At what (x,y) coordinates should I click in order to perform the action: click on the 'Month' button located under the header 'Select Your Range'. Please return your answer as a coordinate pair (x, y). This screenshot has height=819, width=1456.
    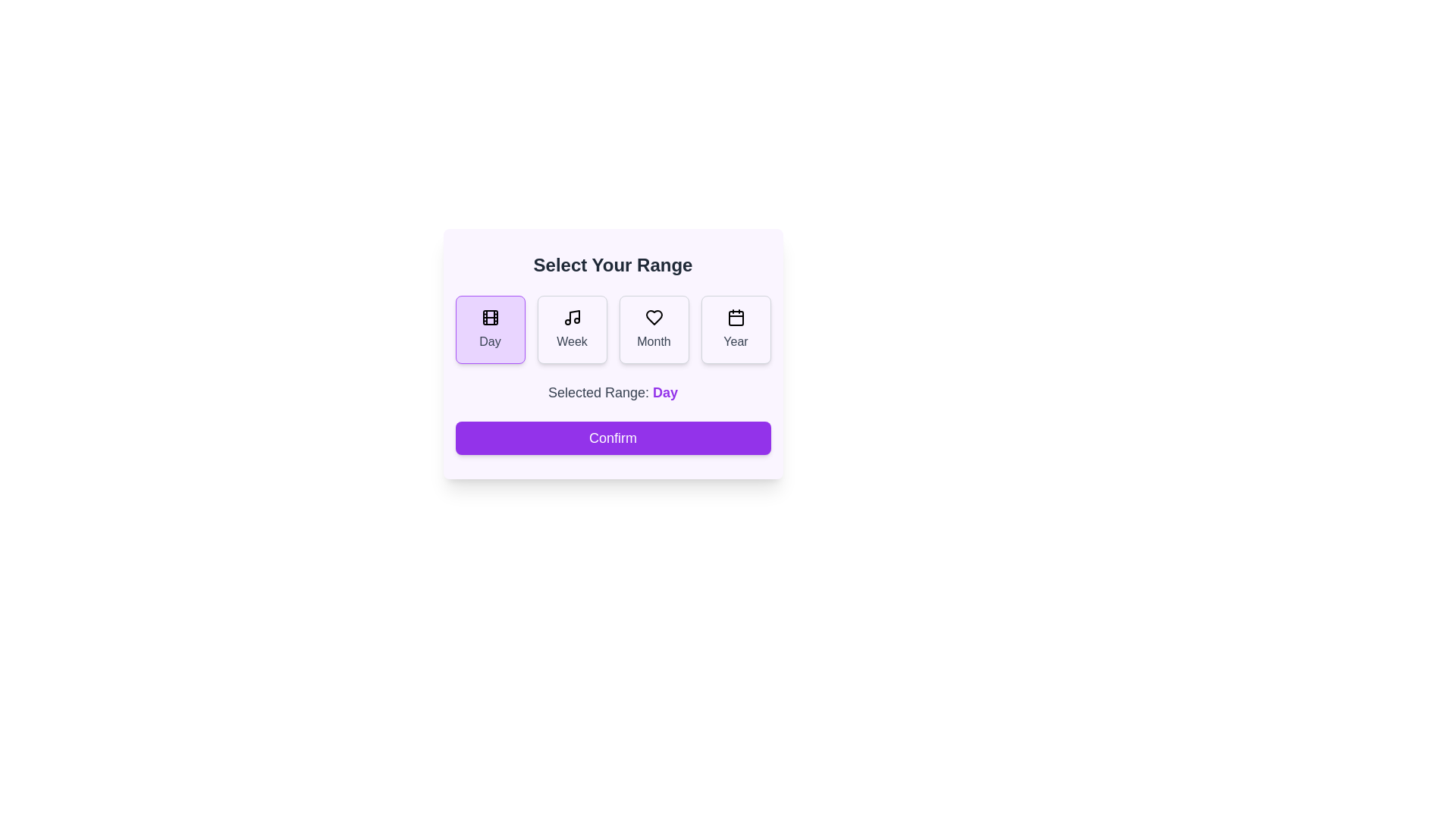
    Looking at the image, I should click on (654, 329).